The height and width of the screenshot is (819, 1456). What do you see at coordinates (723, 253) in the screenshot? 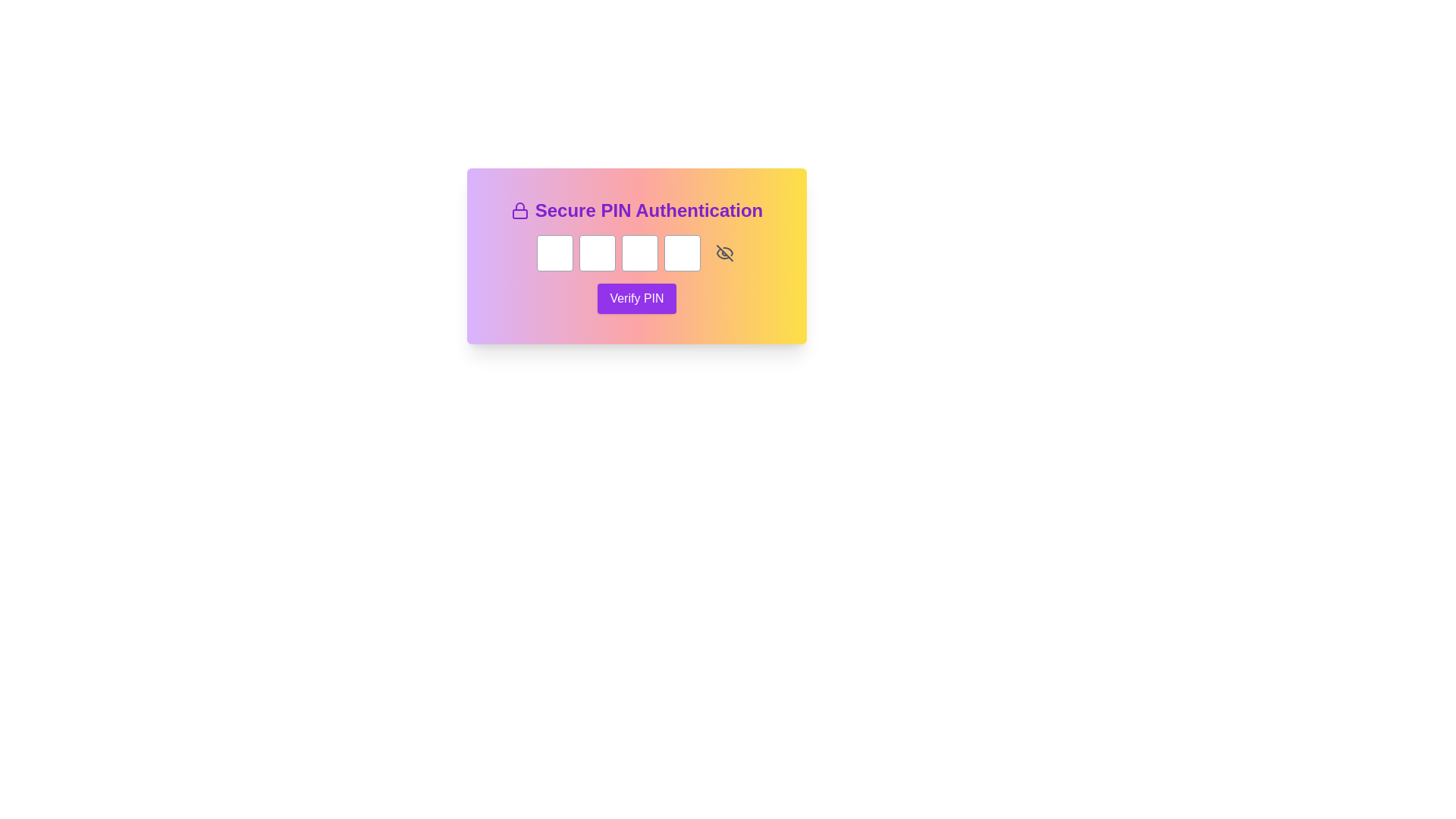
I see `the visibility toggle icon located to the immediate right of the PIN input fields` at bounding box center [723, 253].